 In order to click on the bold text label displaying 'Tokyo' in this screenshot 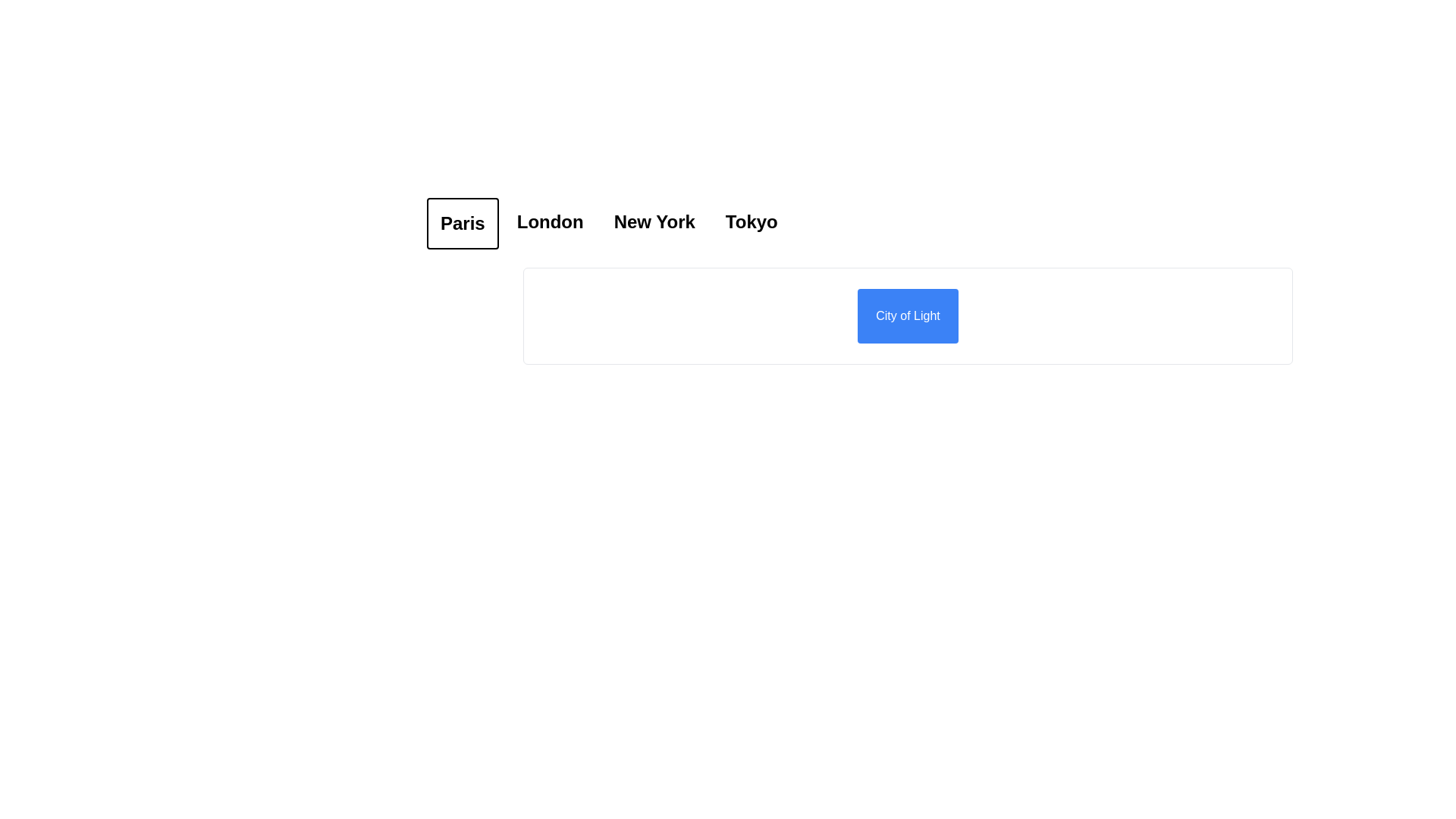, I will do `click(752, 223)`.